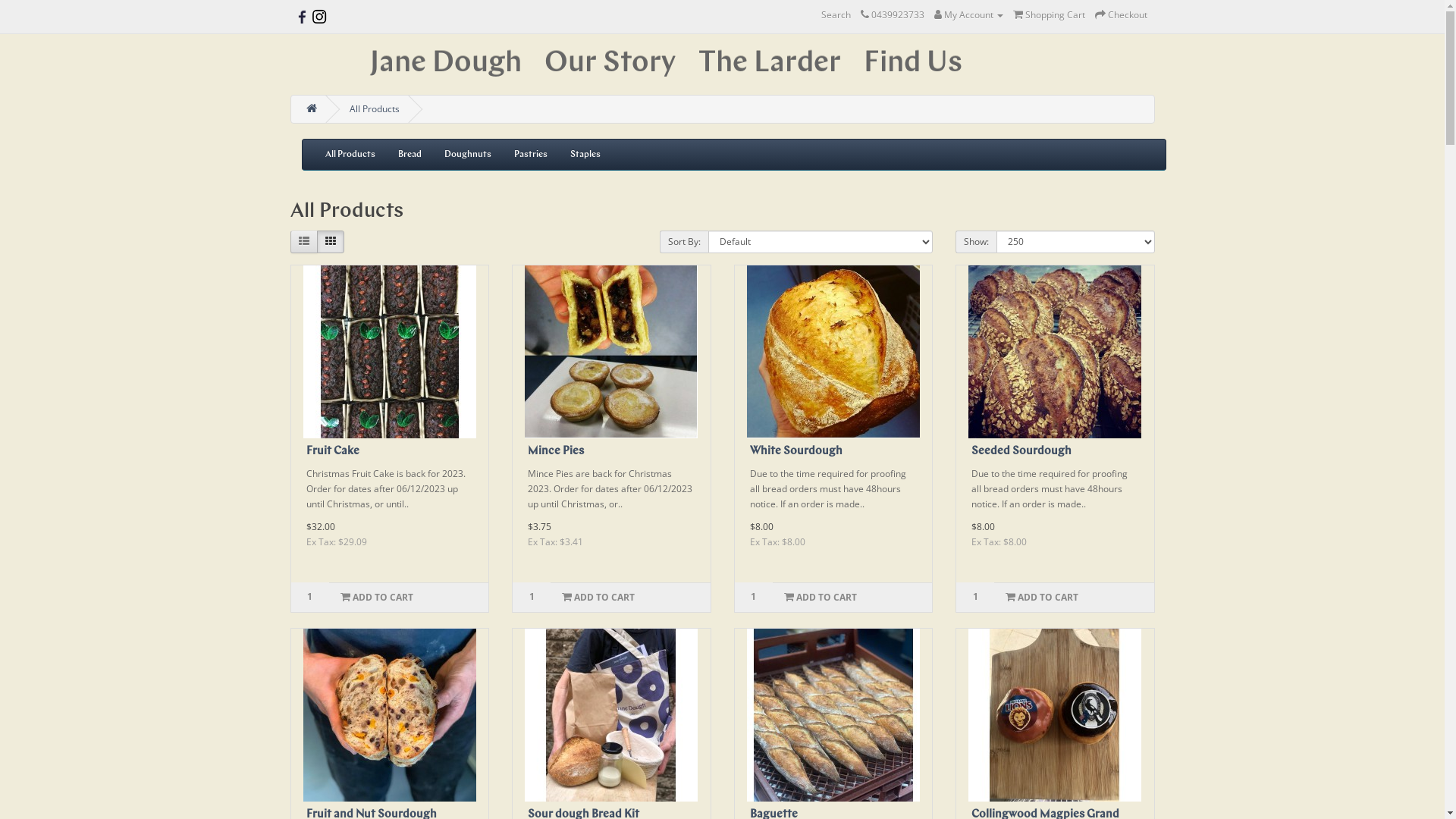 Image resolution: width=1456 pixels, height=819 pixels. Describe the element at coordinates (349, 155) in the screenshot. I see `'All Products'` at that location.